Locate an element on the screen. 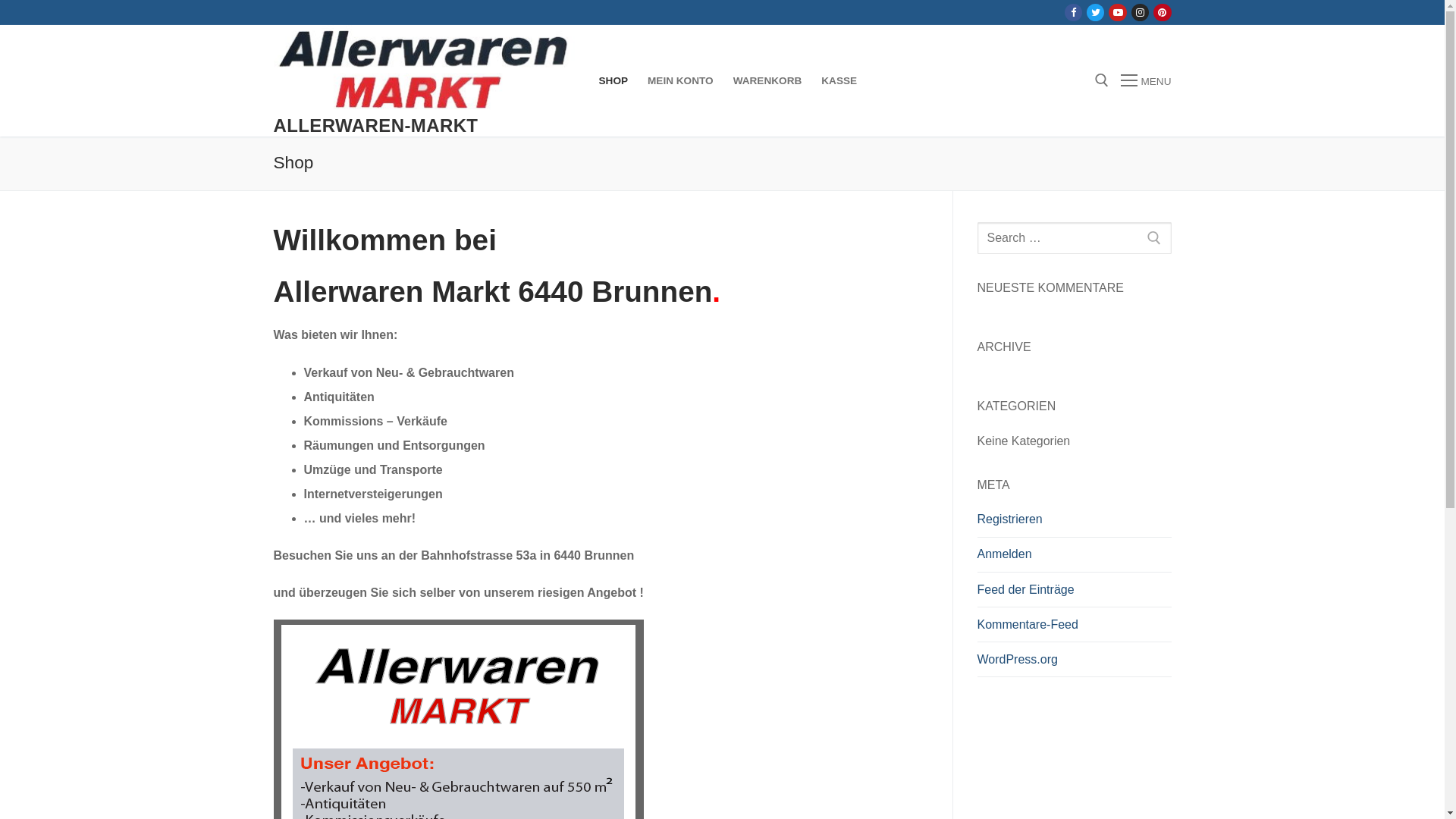 The width and height of the screenshot is (1456, 819). 'SHOP' is located at coordinates (613, 81).